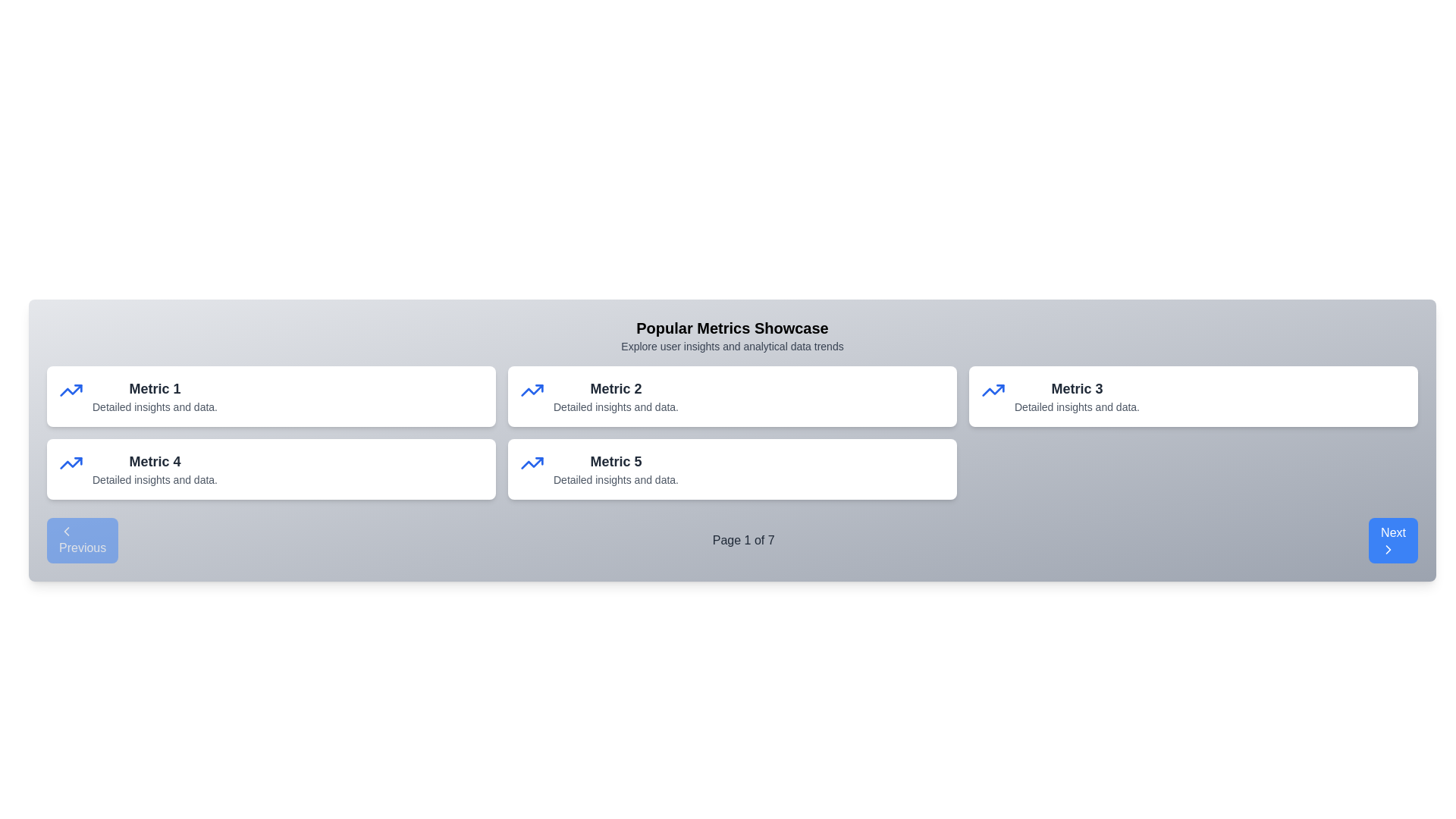 This screenshot has width=1456, height=819. I want to click on the pagination information text label located at the bottom of the page, centered between the 'Previous' and 'Next' buttons, so click(743, 540).